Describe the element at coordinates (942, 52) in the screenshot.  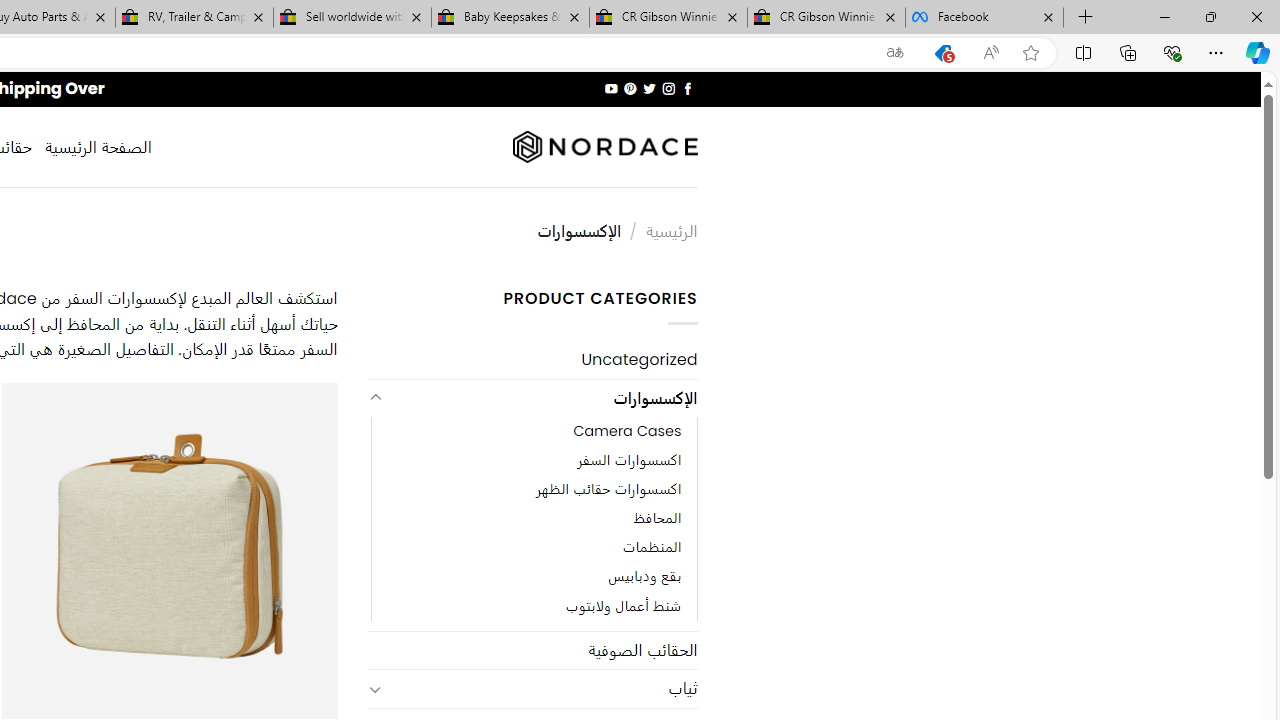
I see `'This site has coupons! Shopping in Microsoft Edge, 5'` at that location.